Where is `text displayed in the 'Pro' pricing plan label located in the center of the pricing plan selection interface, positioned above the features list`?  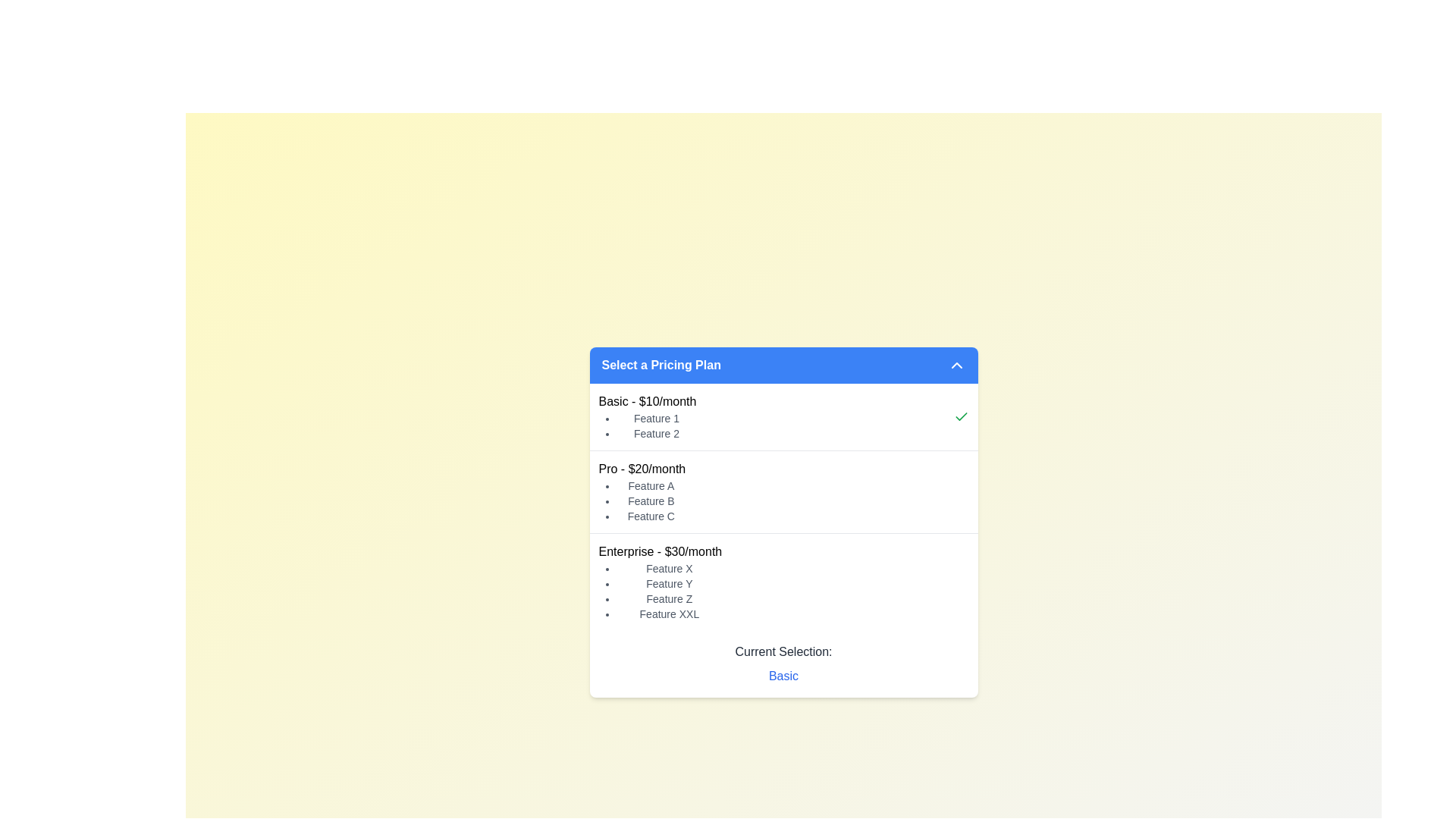
text displayed in the 'Pro' pricing plan label located in the center of the pricing plan selection interface, positioned above the features list is located at coordinates (642, 468).